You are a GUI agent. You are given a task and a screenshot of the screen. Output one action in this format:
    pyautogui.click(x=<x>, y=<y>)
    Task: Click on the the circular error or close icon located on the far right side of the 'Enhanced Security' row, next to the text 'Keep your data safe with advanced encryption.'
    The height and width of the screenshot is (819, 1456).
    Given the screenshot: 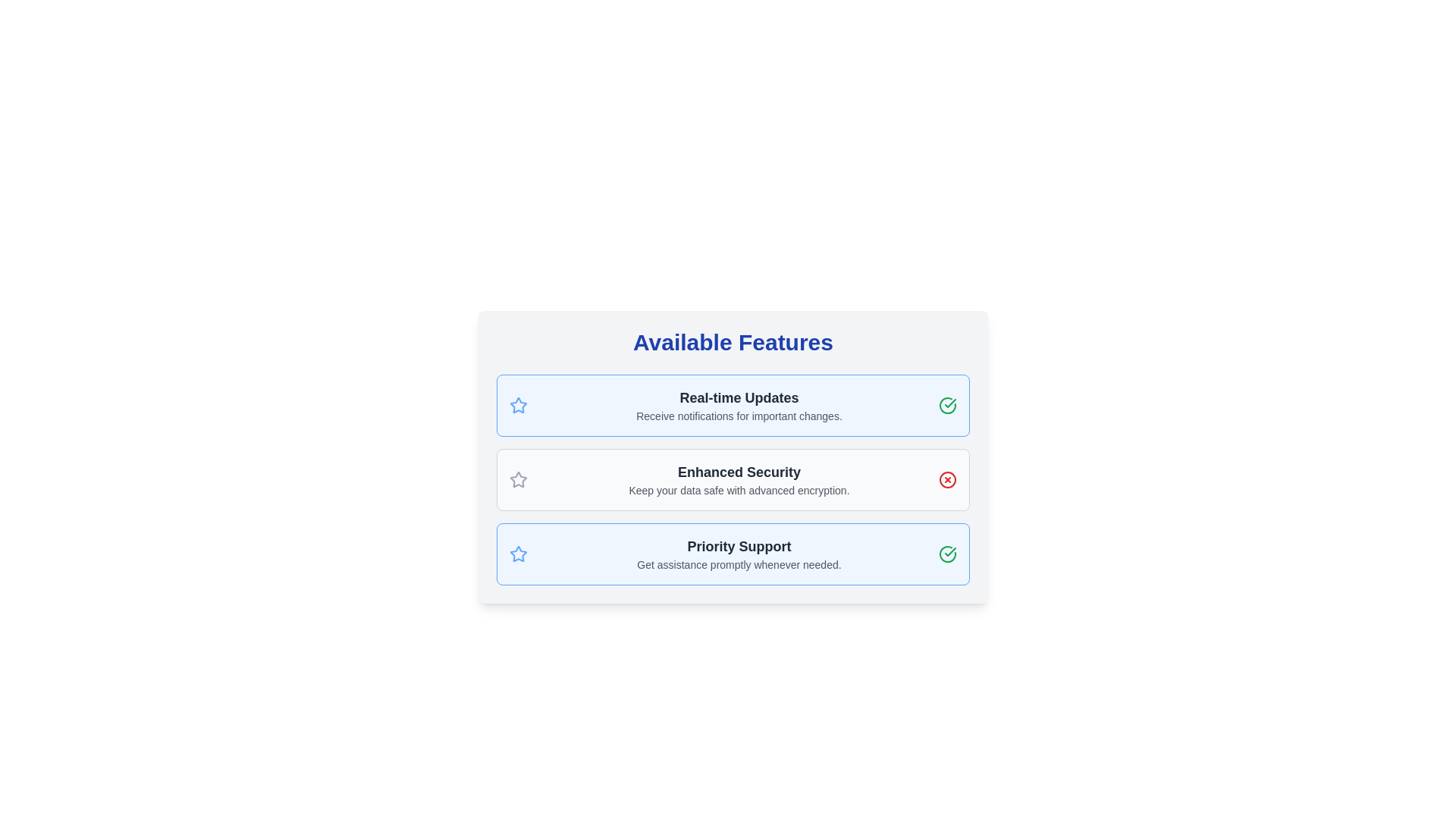 What is the action you would take?
    pyautogui.click(x=946, y=479)
    